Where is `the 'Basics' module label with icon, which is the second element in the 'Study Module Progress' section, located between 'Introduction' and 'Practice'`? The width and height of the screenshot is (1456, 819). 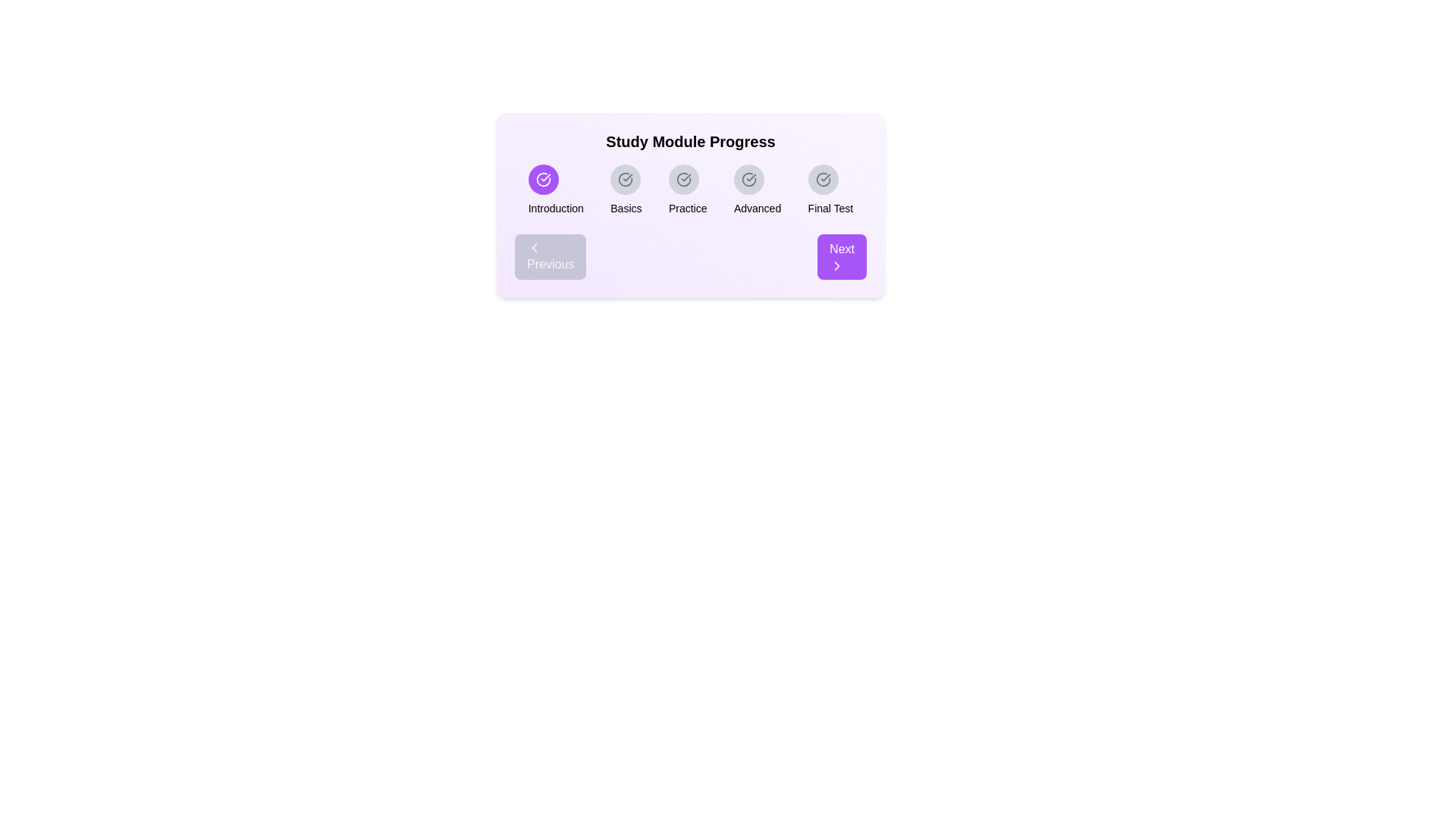 the 'Basics' module label with icon, which is the second element in the 'Study Module Progress' section, located between 'Introduction' and 'Practice' is located at coordinates (626, 189).